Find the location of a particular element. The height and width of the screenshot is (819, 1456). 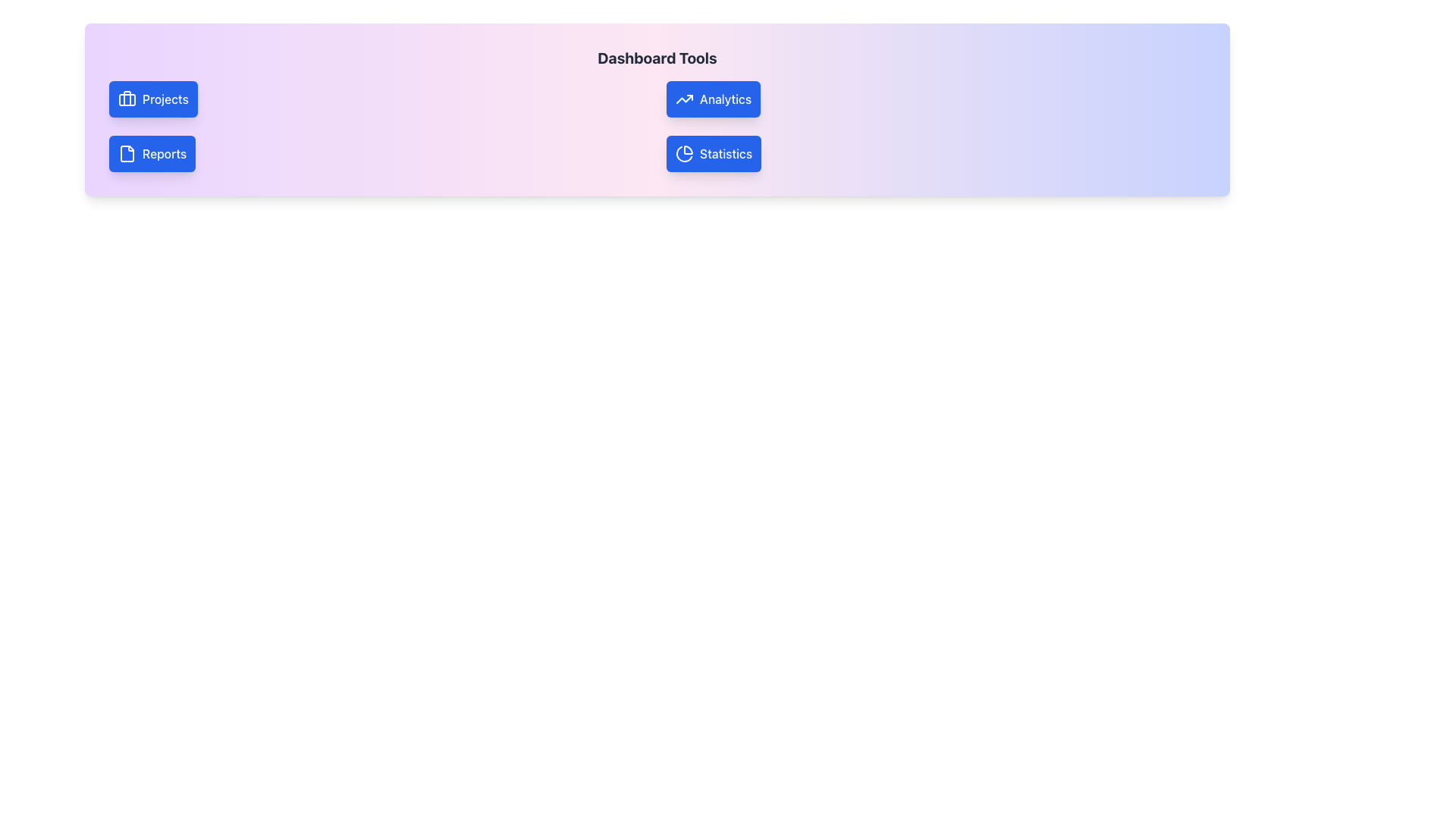

the bold and large-sized text label reading 'Dashboard Tools' located at the top-center of the interface, which is styled prominently against a gradient background is located at coordinates (657, 58).